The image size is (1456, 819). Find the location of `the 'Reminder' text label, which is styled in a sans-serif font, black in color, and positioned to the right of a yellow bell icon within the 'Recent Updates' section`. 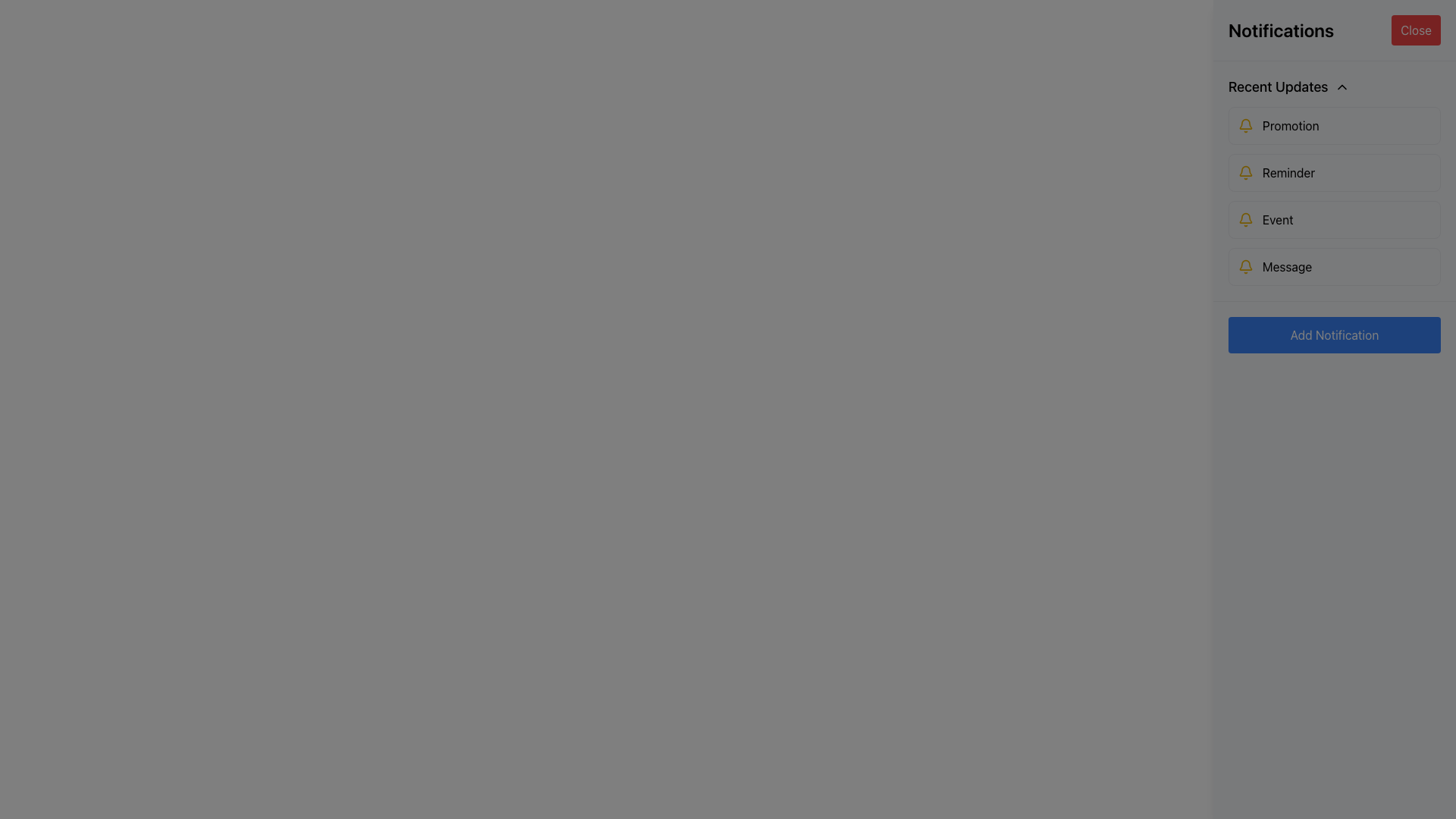

the 'Reminder' text label, which is styled in a sans-serif font, black in color, and positioned to the right of a yellow bell icon within the 'Recent Updates' section is located at coordinates (1288, 171).